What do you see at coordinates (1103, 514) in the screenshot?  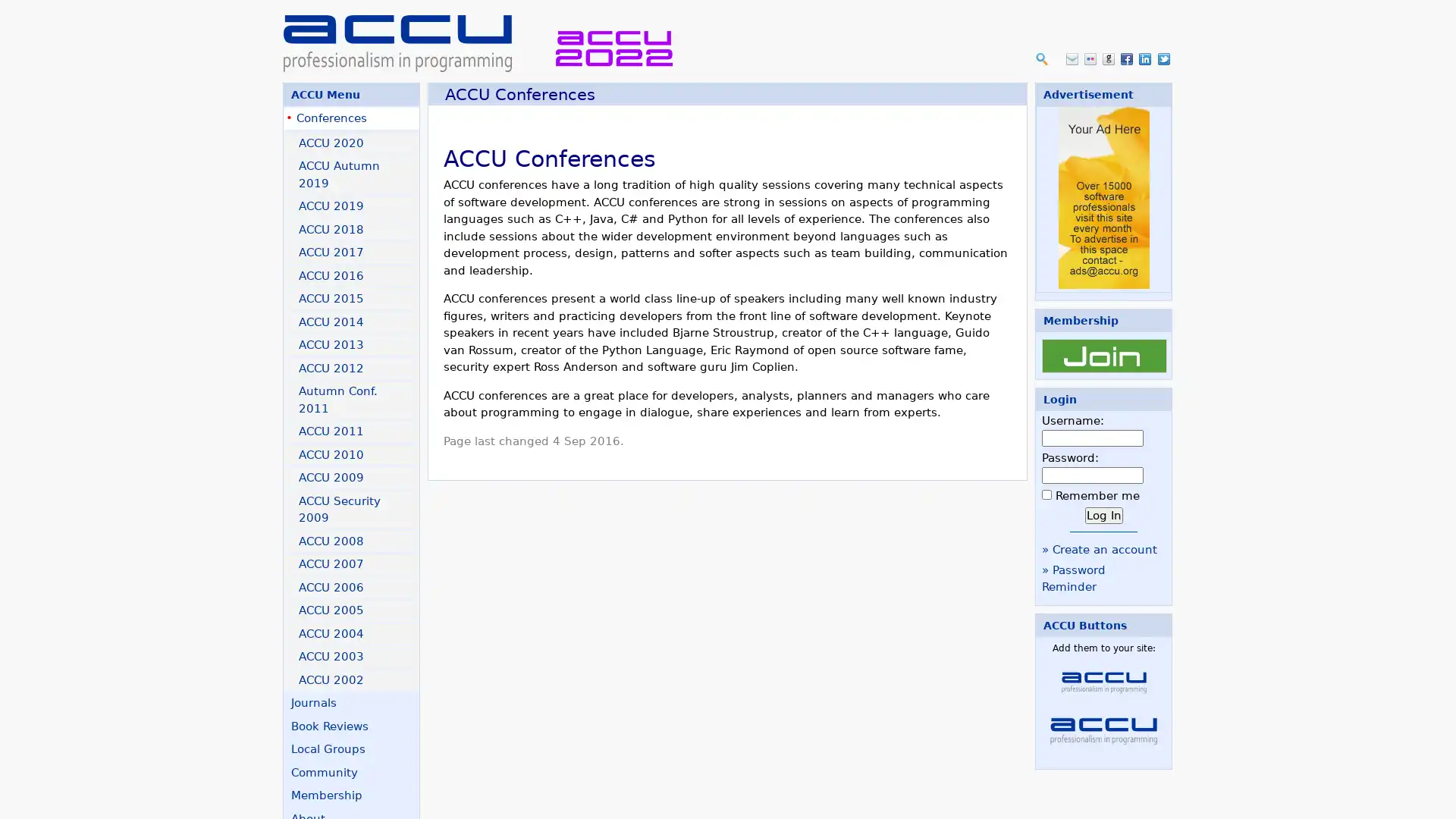 I see `Log In` at bounding box center [1103, 514].